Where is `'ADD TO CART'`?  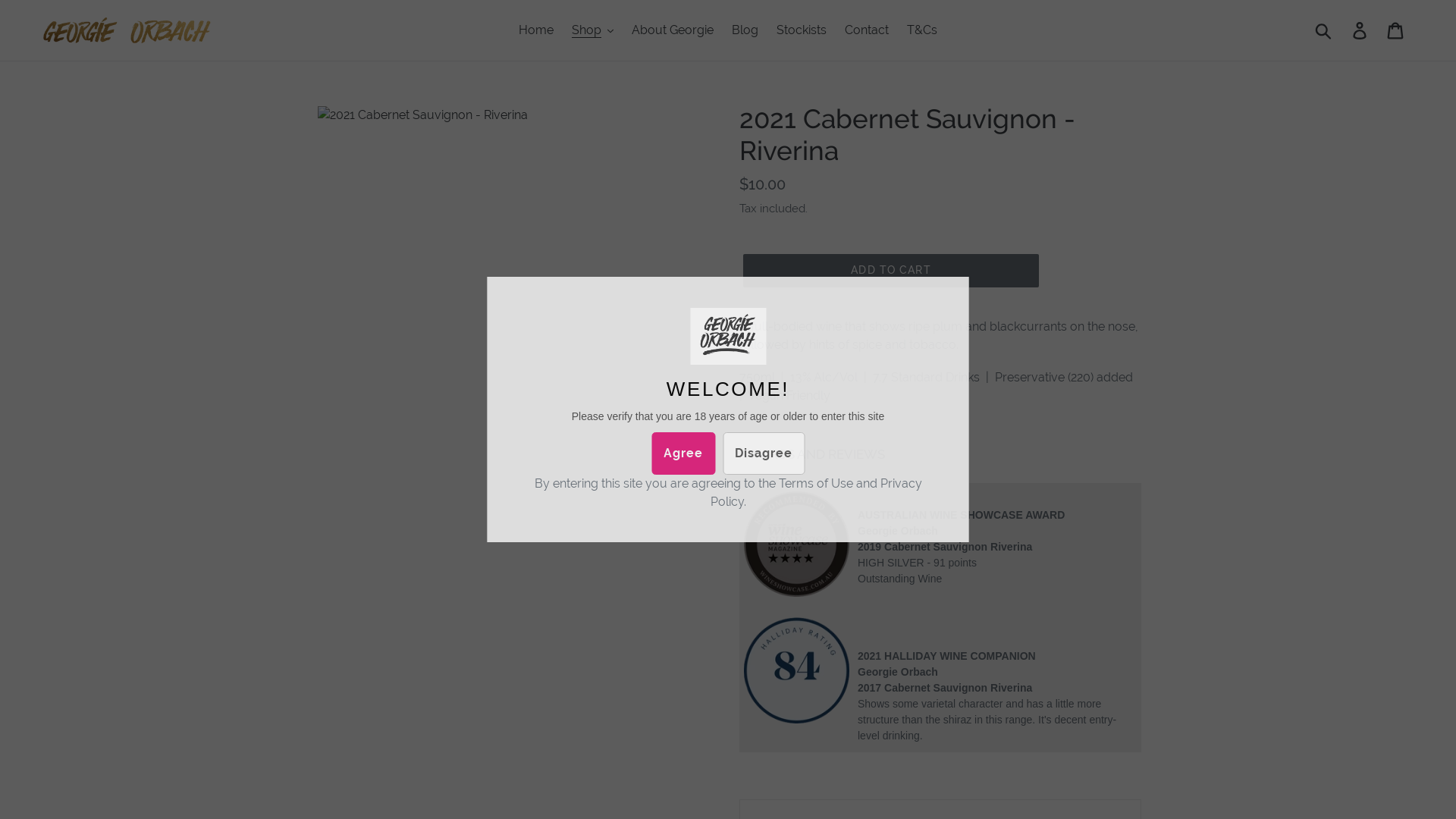 'ADD TO CART' is located at coordinates (891, 270).